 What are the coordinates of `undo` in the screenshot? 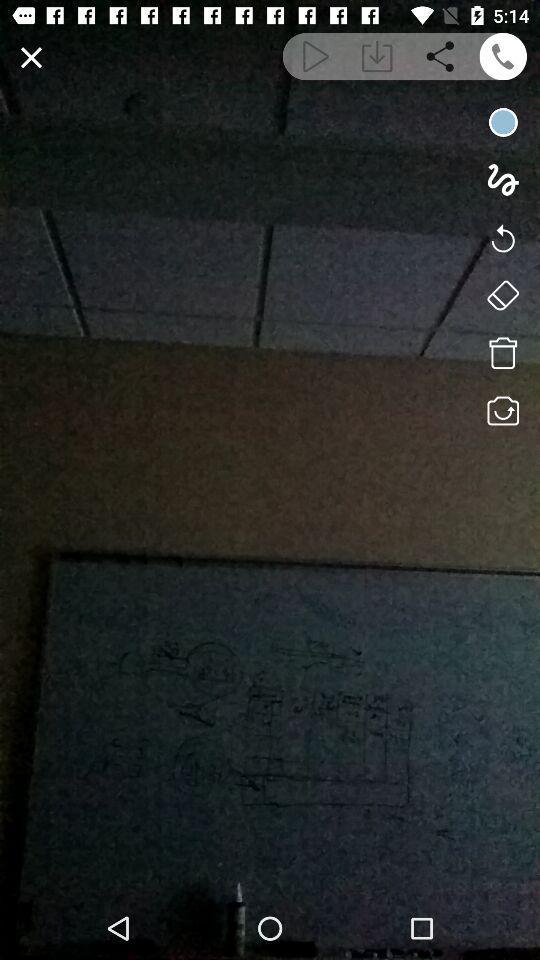 It's located at (502, 237).